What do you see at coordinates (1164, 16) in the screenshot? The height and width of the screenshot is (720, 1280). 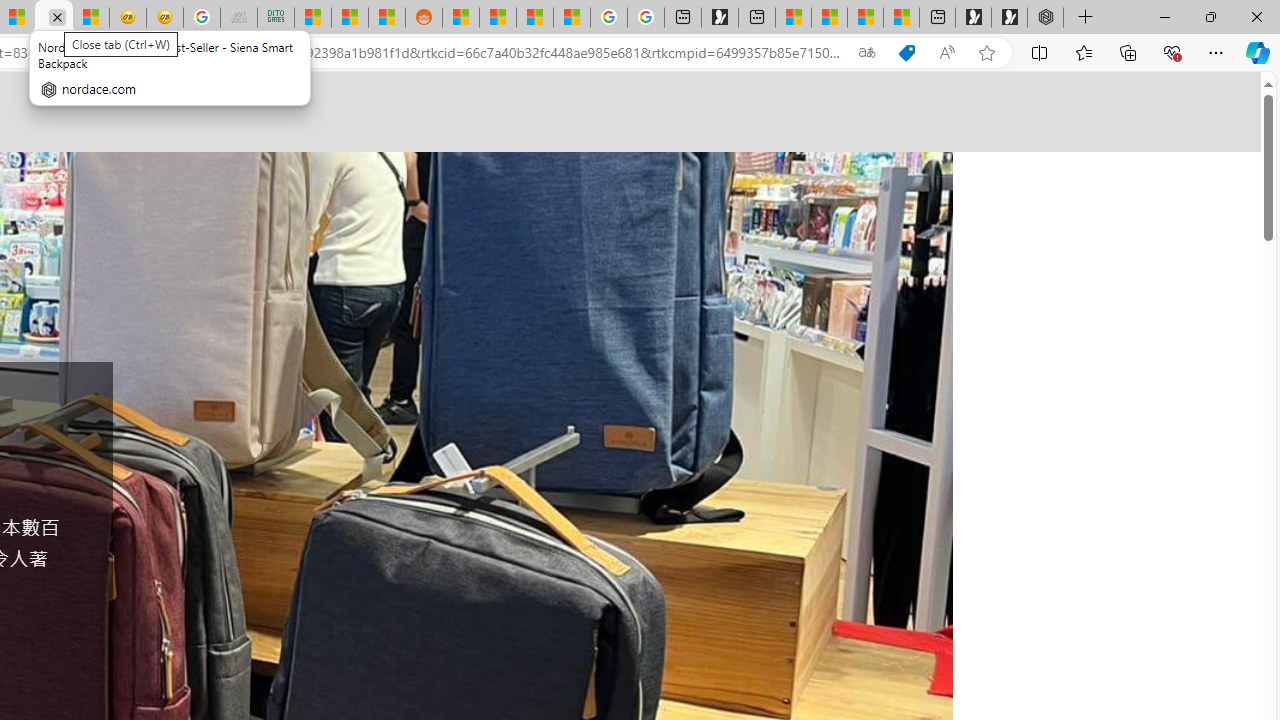 I see `'Minimize'` at bounding box center [1164, 16].